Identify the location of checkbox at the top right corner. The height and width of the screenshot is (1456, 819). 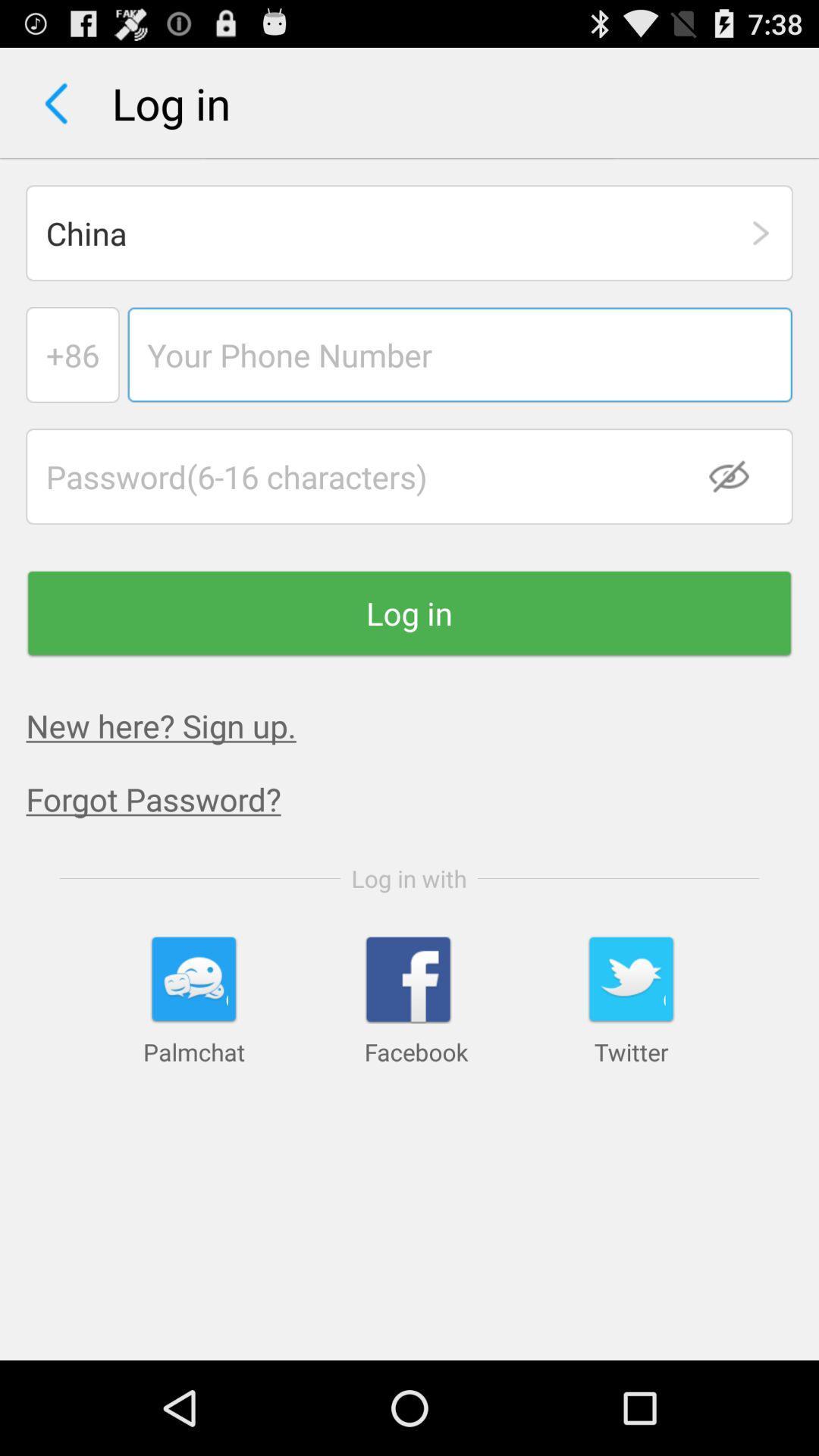
(738, 475).